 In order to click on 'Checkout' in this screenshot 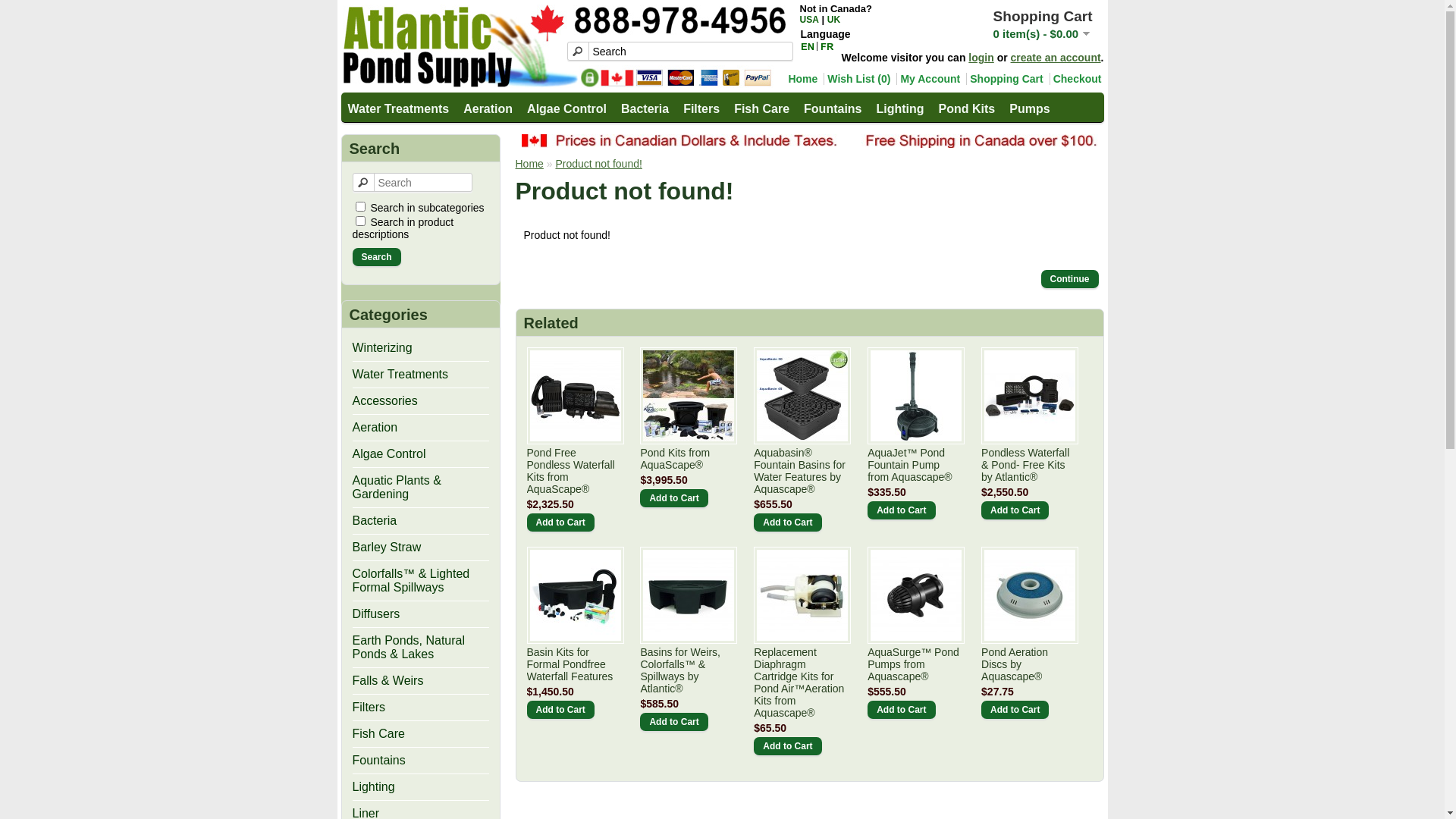, I will do `click(1075, 79)`.